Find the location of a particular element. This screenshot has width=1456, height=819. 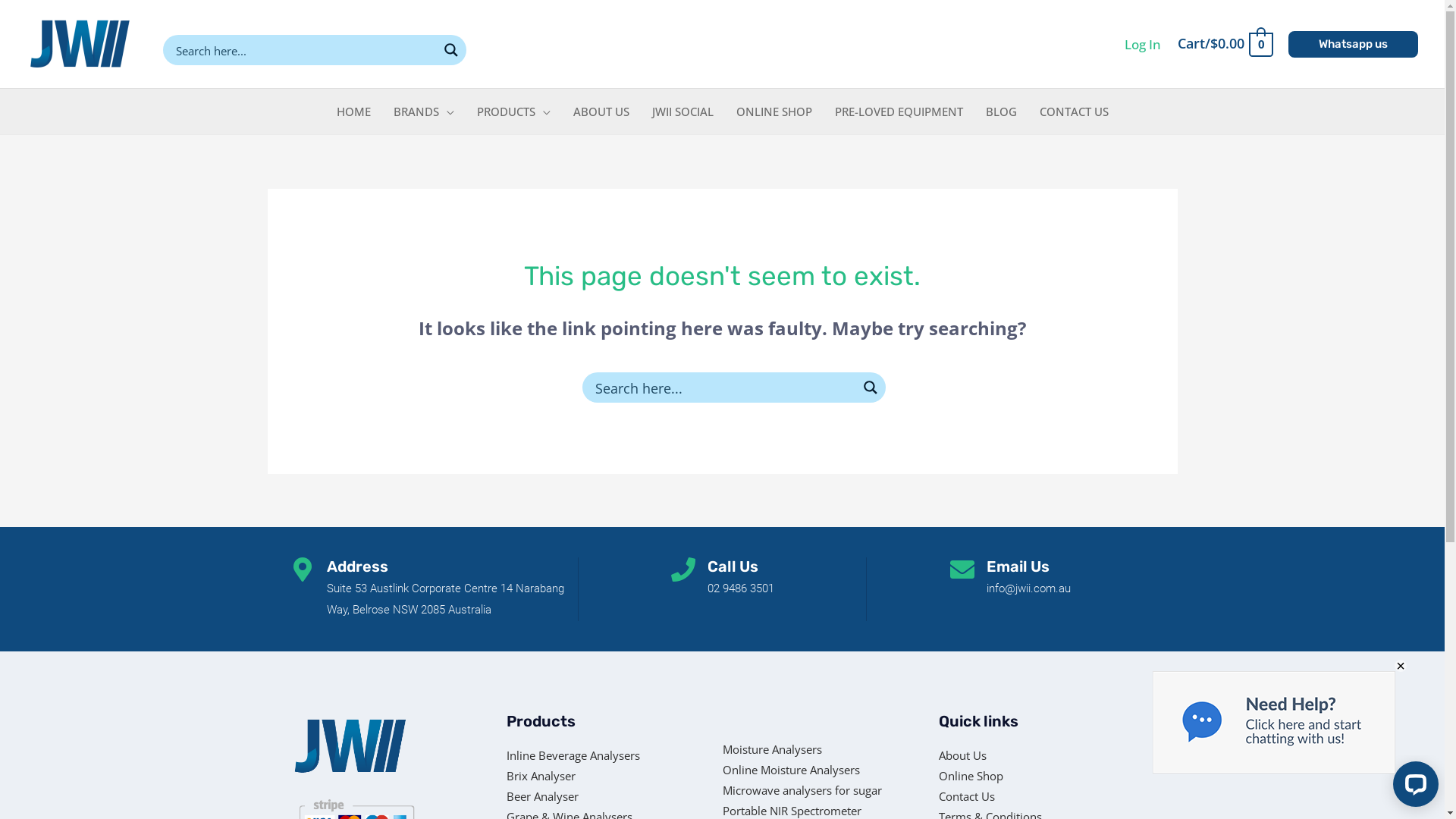

'Cart/$0.00 is located at coordinates (1224, 42).